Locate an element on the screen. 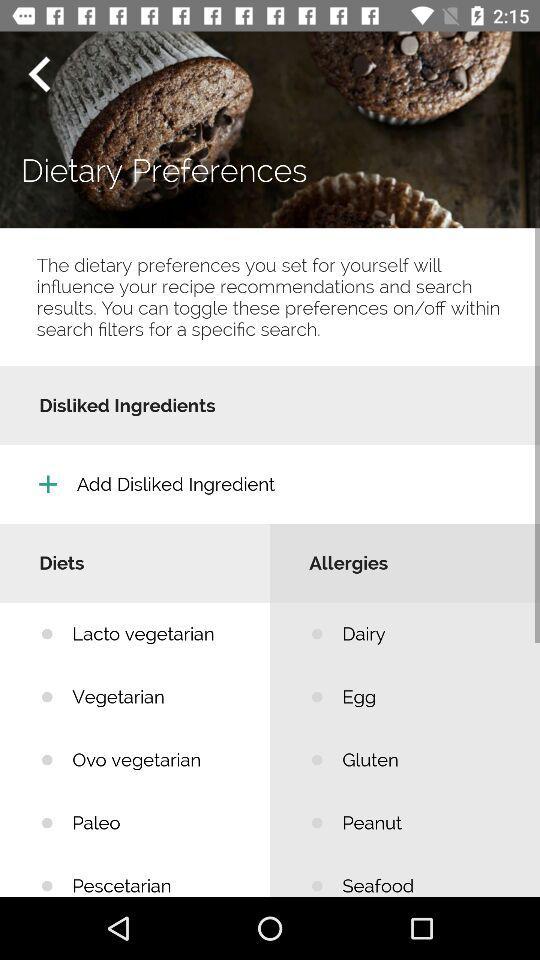 The height and width of the screenshot is (960, 540). the icon above the the dietary preferences item is located at coordinates (38, 74).